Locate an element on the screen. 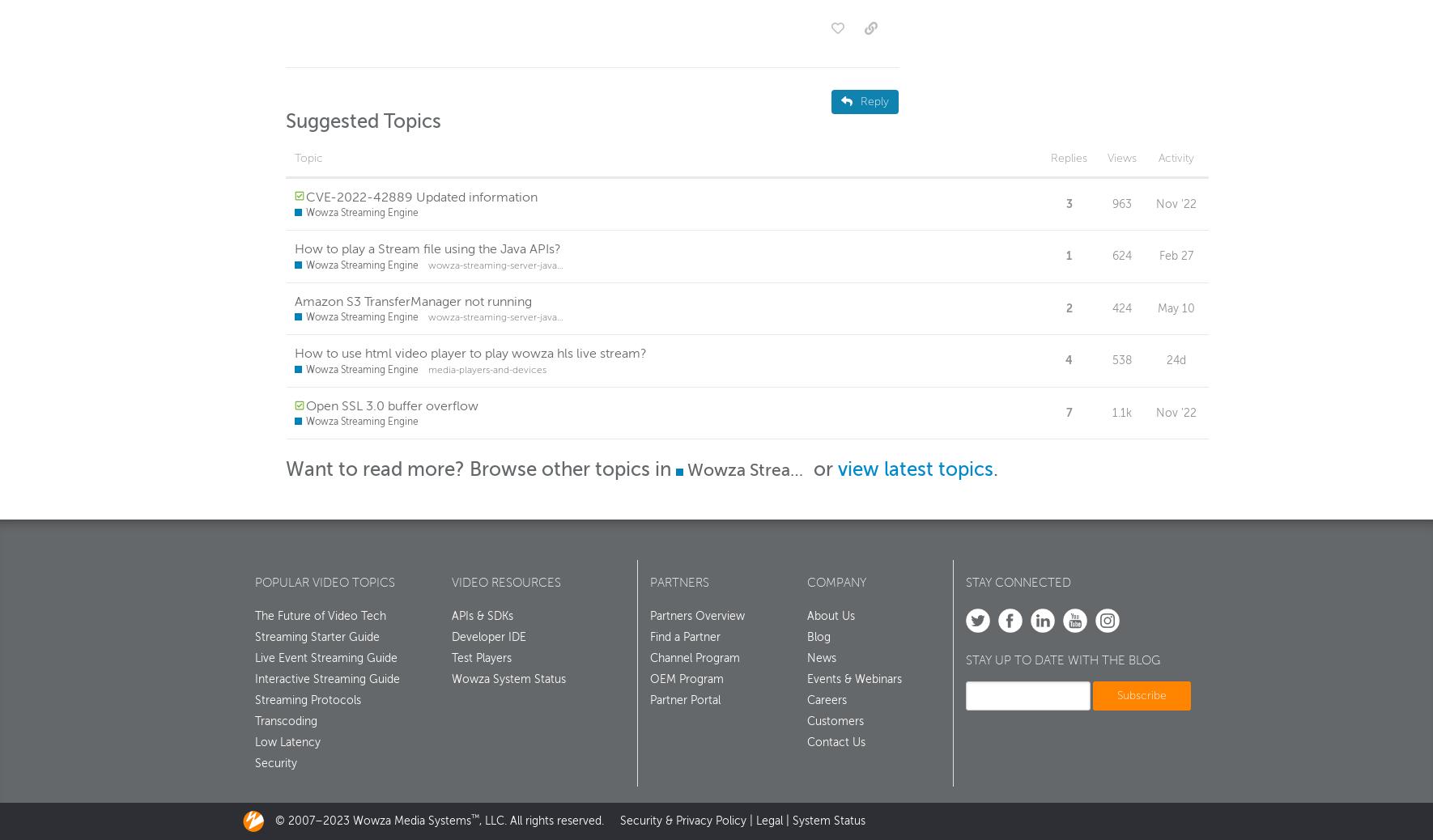  'Careers' is located at coordinates (826, 704).